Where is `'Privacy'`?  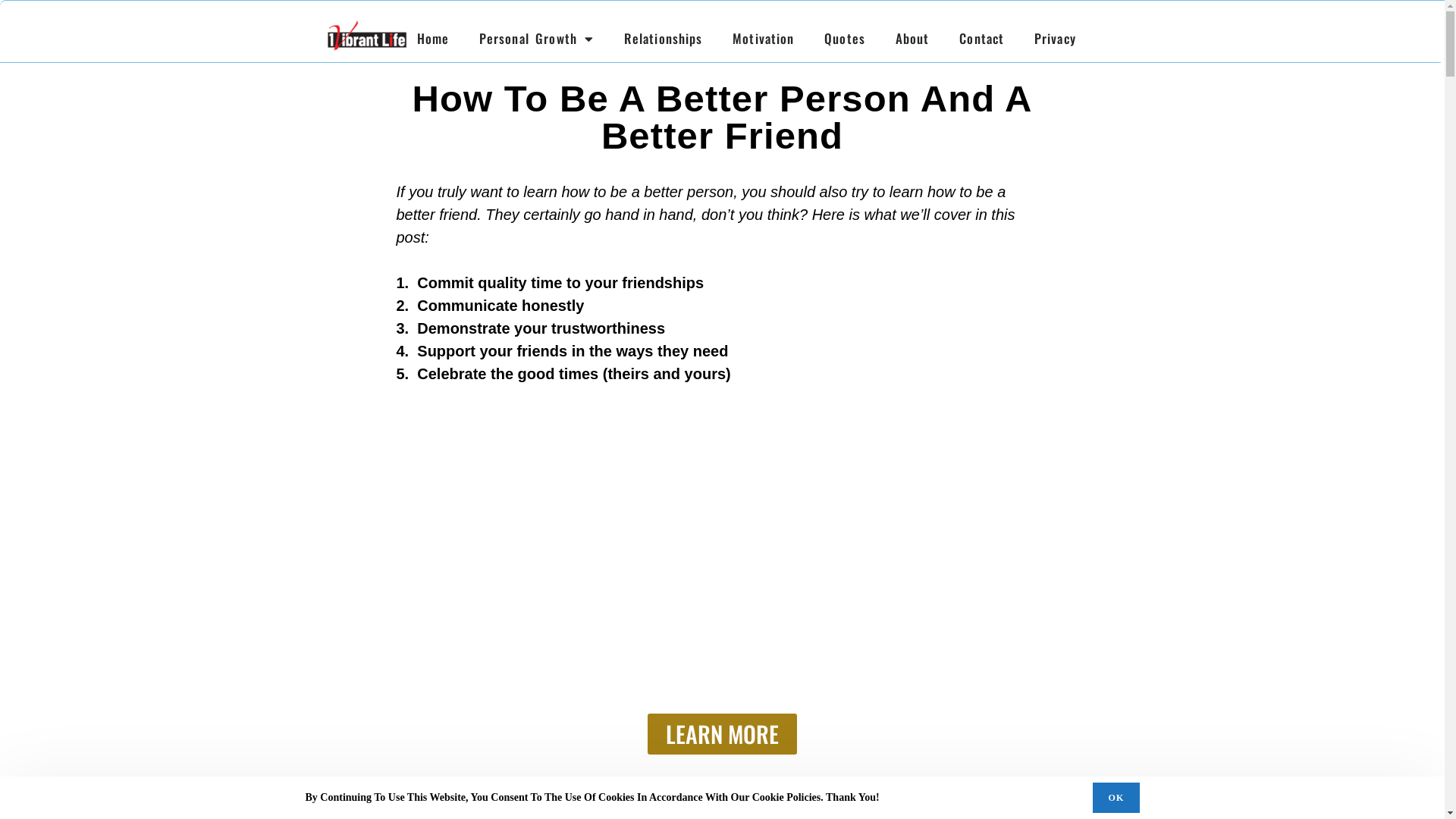 'Privacy' is located at coordinates (1054, 37).